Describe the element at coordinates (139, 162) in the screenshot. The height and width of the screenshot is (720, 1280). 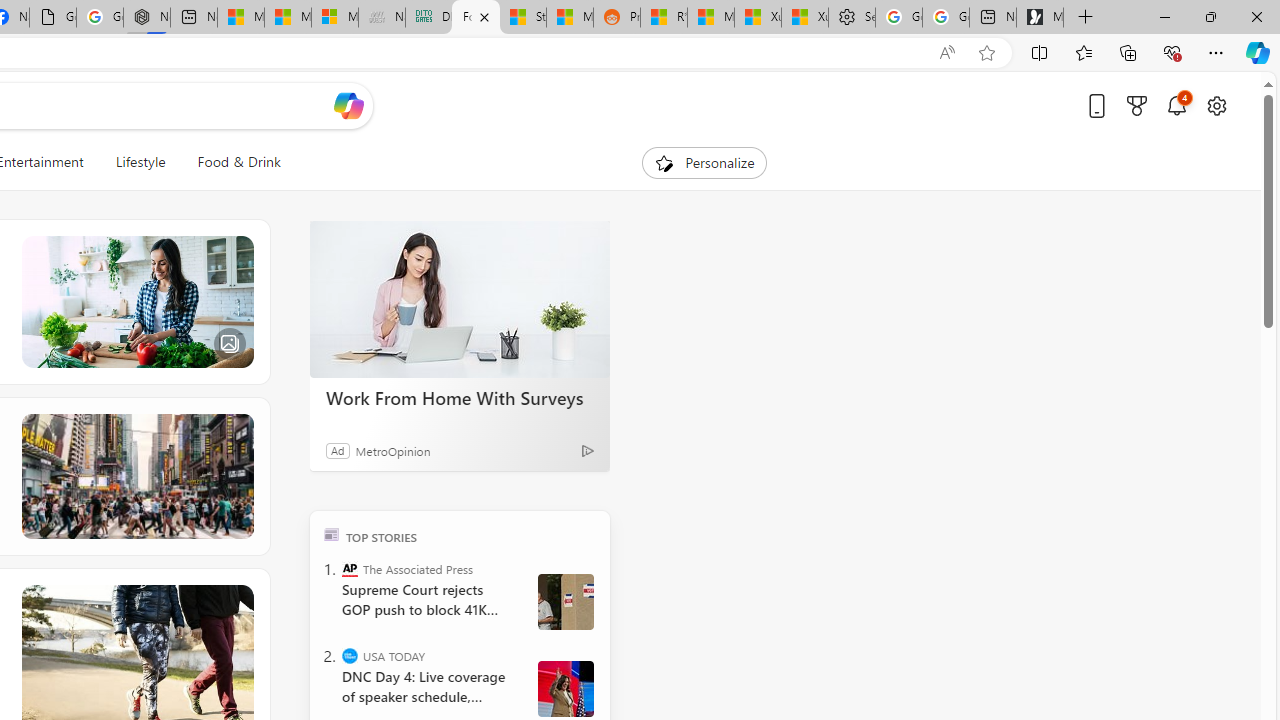
I see `'Lifestyle'` at that location.